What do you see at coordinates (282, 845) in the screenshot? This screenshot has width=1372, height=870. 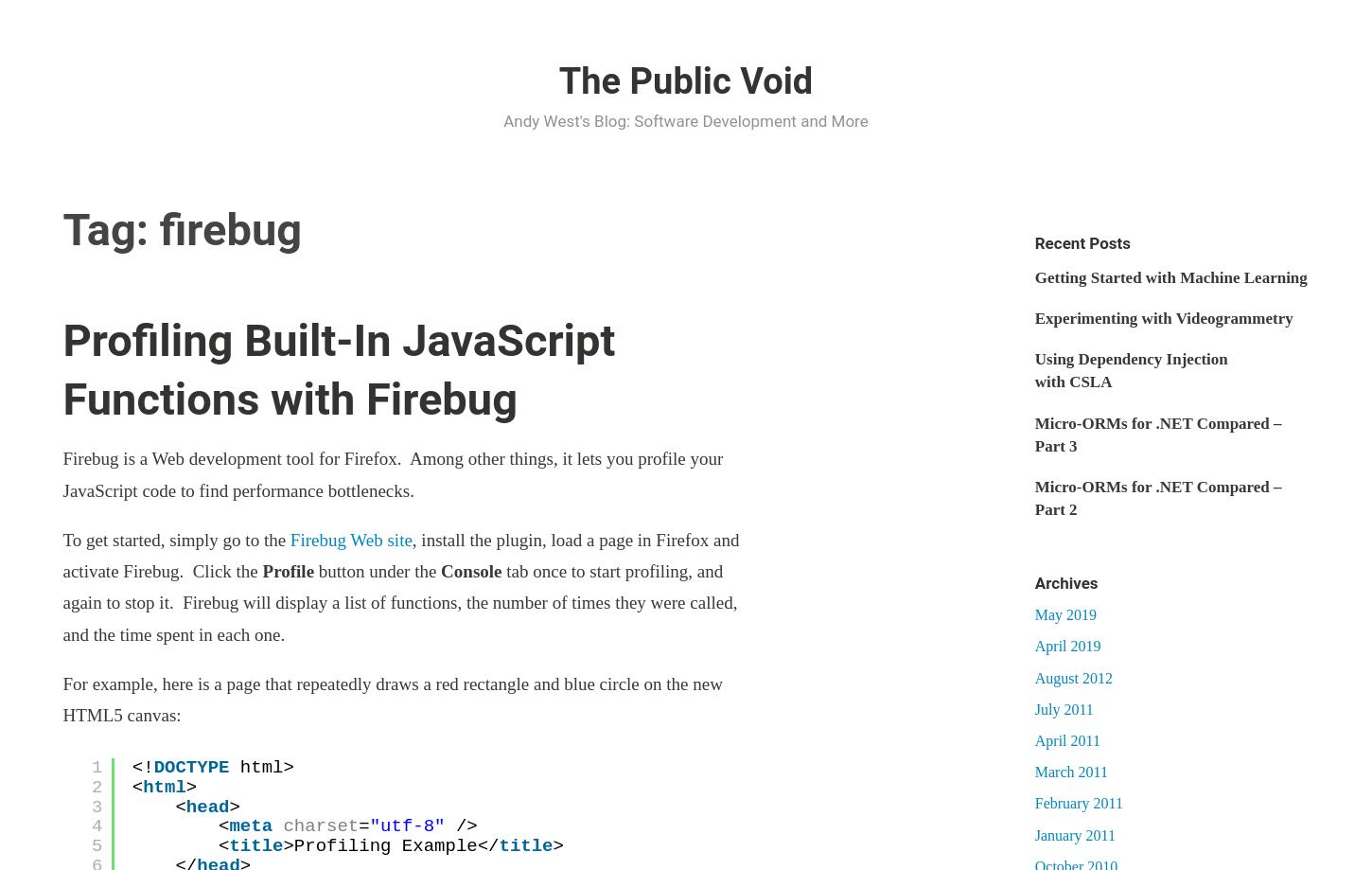 I see `'>Profiling Example</'` at bounding box center [282, 845].